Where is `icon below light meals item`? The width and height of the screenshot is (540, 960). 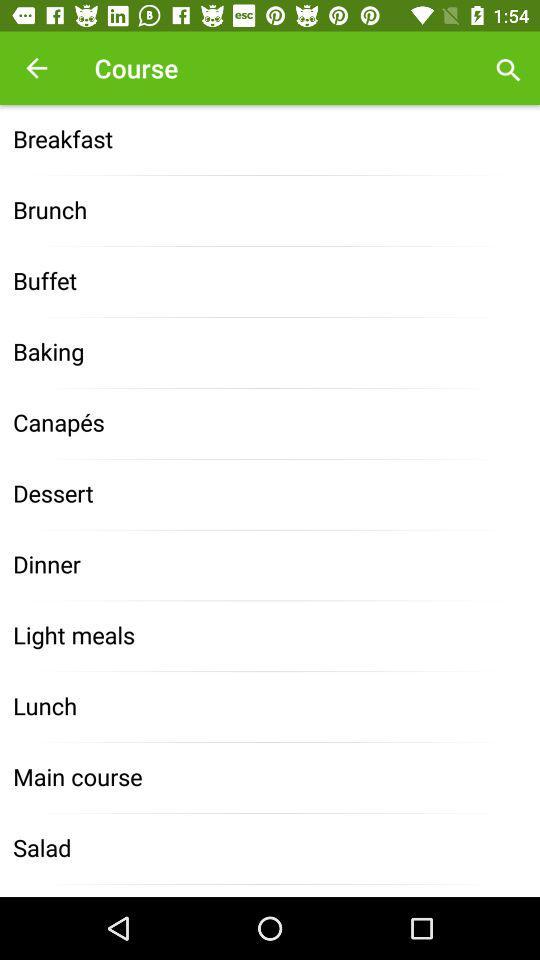 icon below light meals item is located at coordinates (270, 707).